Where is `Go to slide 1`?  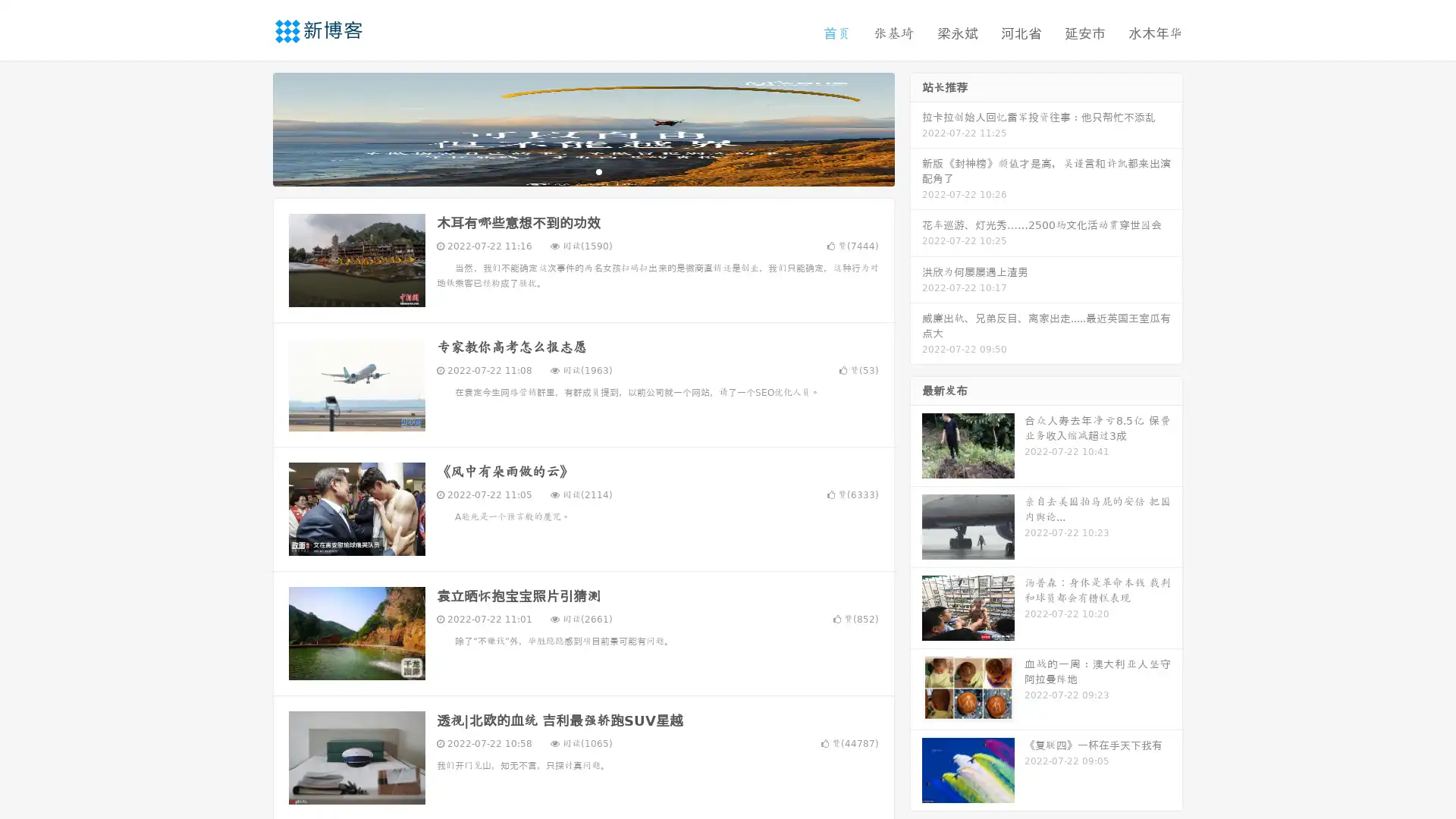
Go to slide 1 is located at coordinates (567, 171).